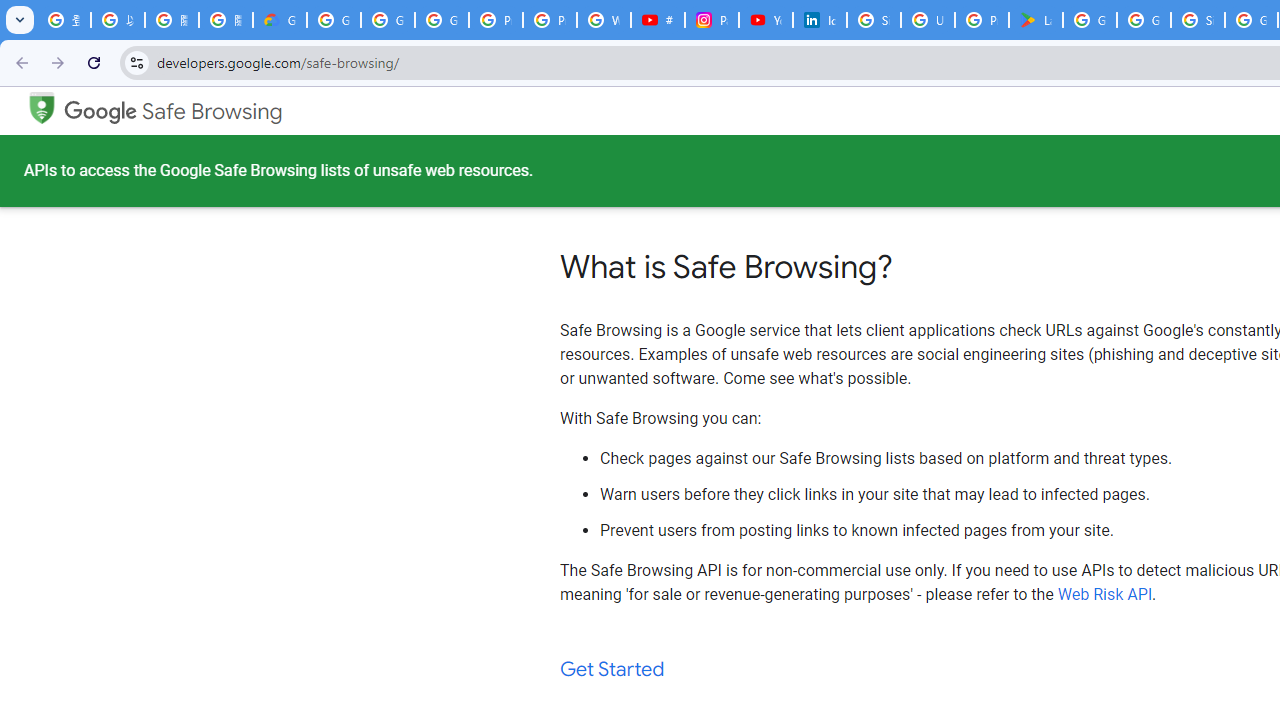 The height and width of the screenshot is (720, 1280). Describe the element at coordinates (874, 20) in the screenshot. I see `'Sign in - Google Accounts'` at that location.